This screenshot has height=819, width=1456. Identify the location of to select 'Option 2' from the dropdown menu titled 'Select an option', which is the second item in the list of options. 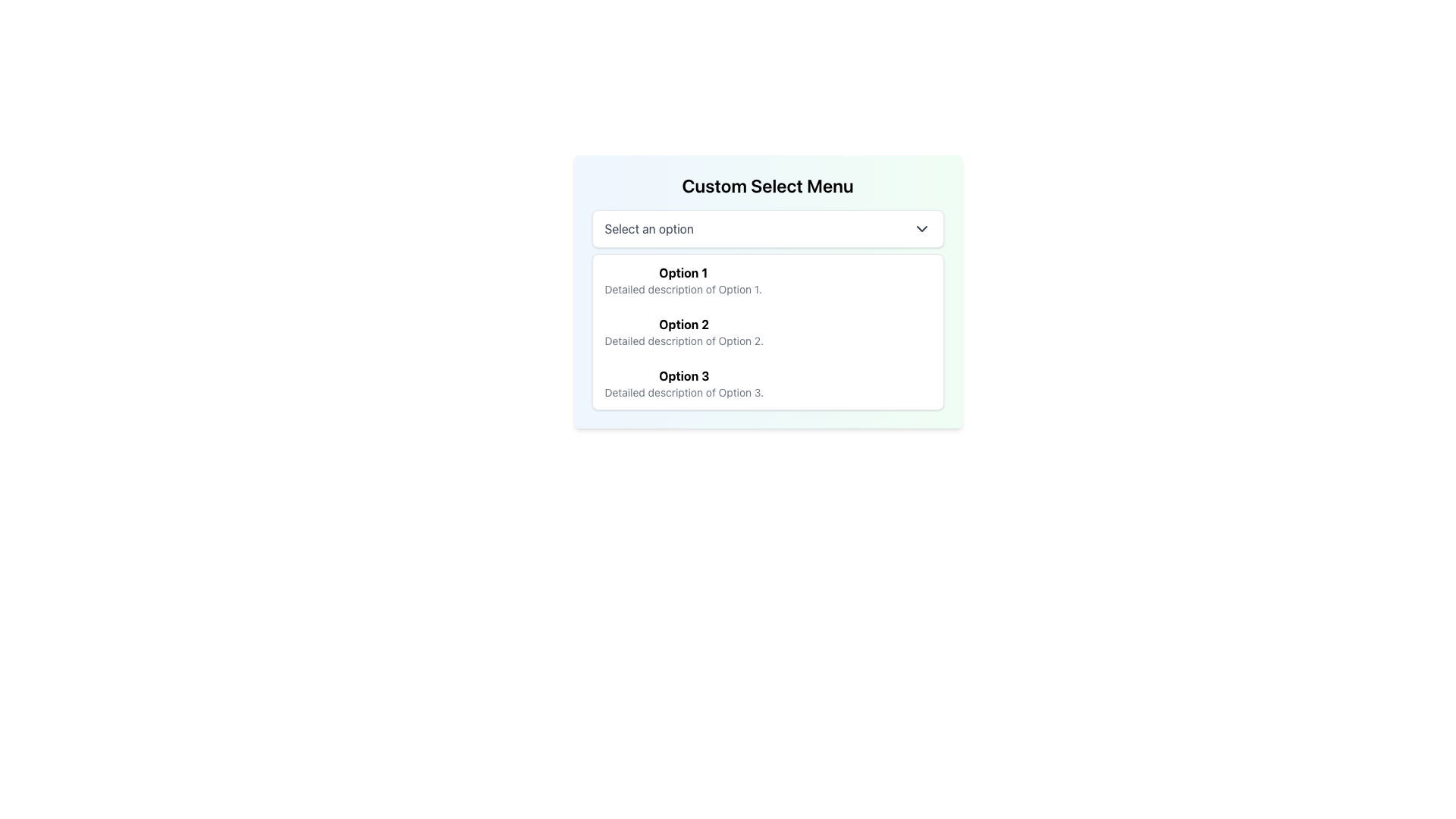
(767, 309).